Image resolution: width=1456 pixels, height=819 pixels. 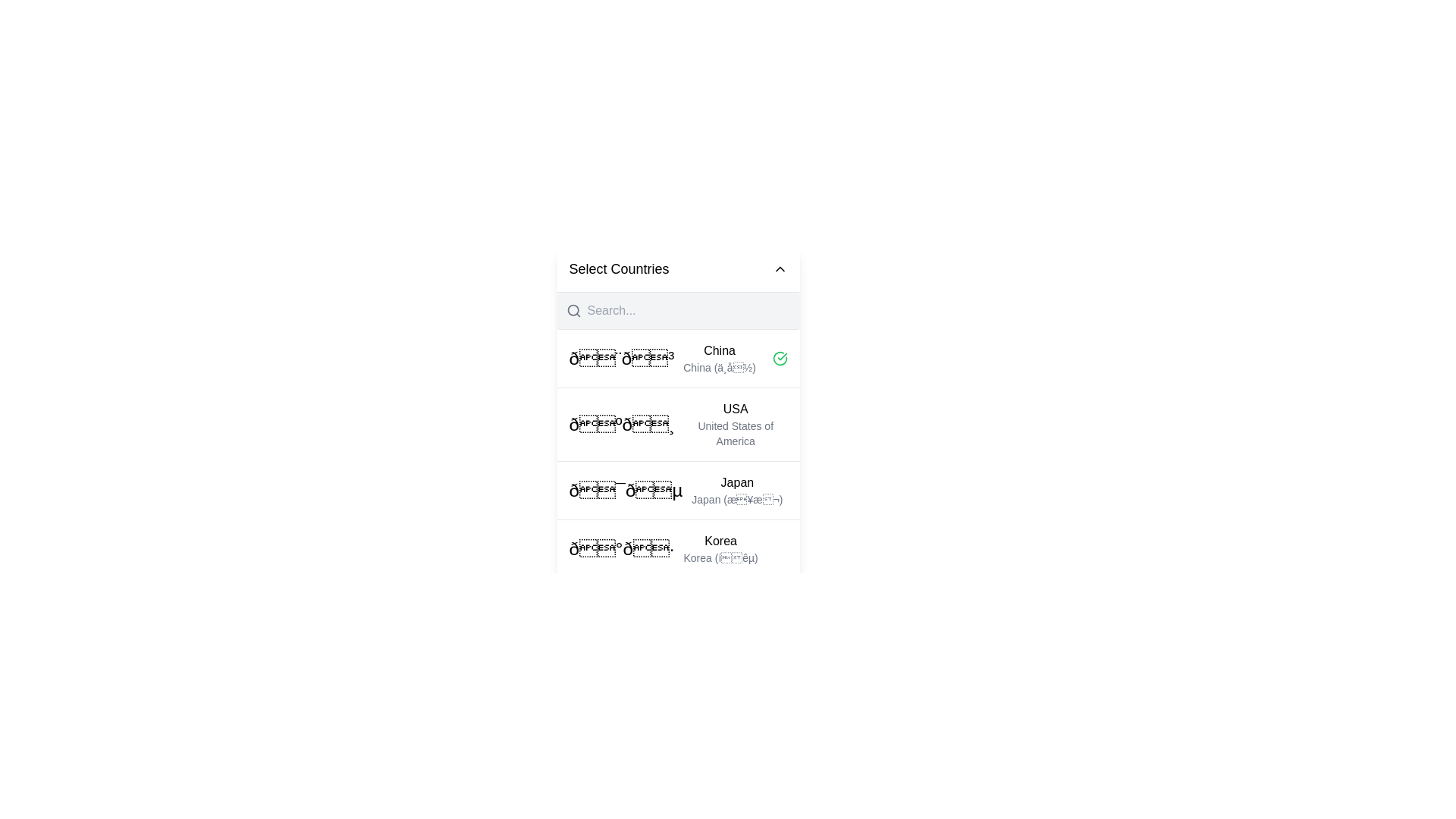 I want to click on text label that provides additional descriptive information about the country, located below the abbreviation 'USA.', so click(x=736, y=433).